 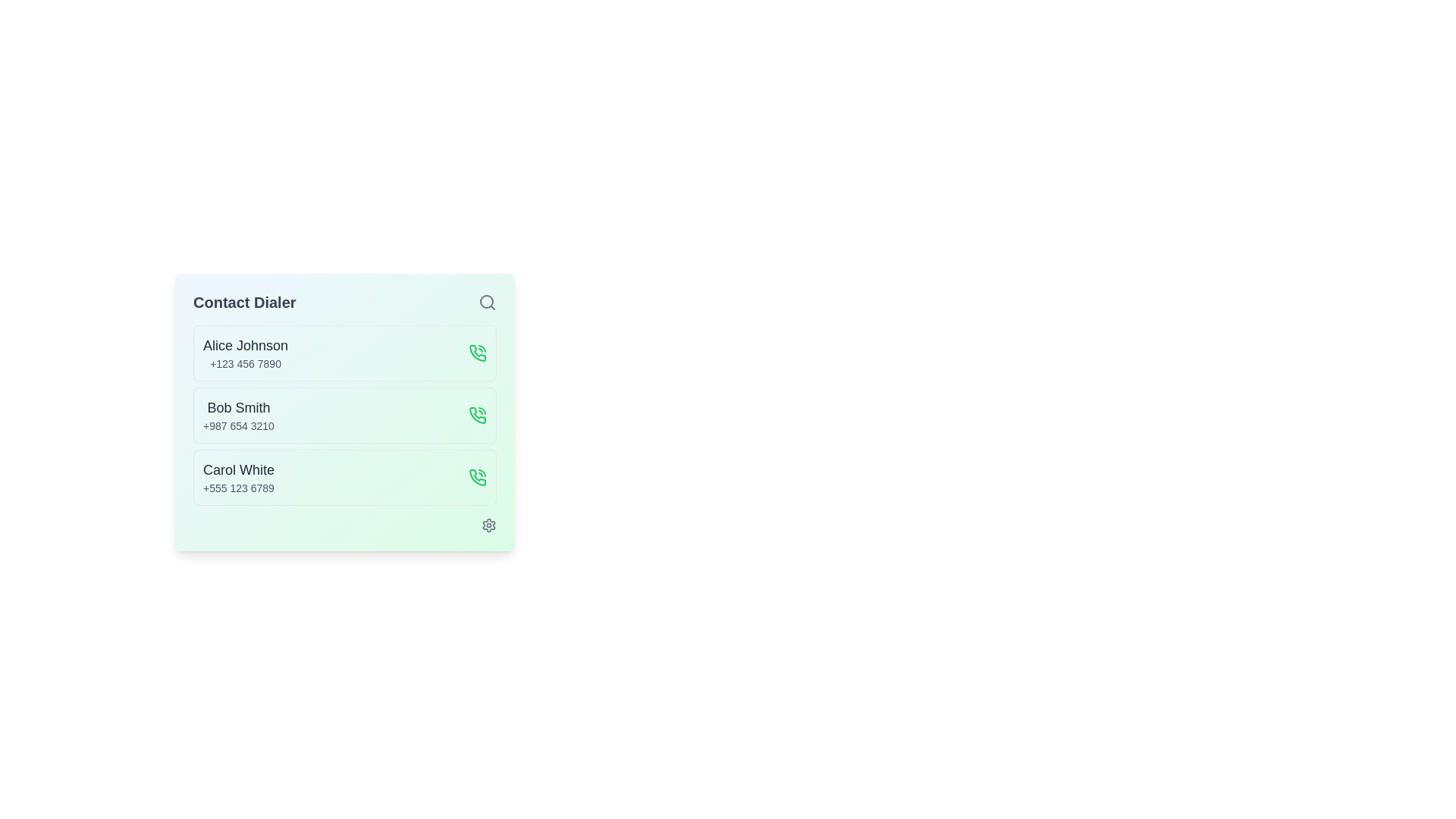 What do you see at coordinates (237, 406) in the screenshot?
I see `text from the contact name label located in the second row of the contact entries list, specifically positioned above the phone number '+987 654 3210'` at bounding box center [237, 406].